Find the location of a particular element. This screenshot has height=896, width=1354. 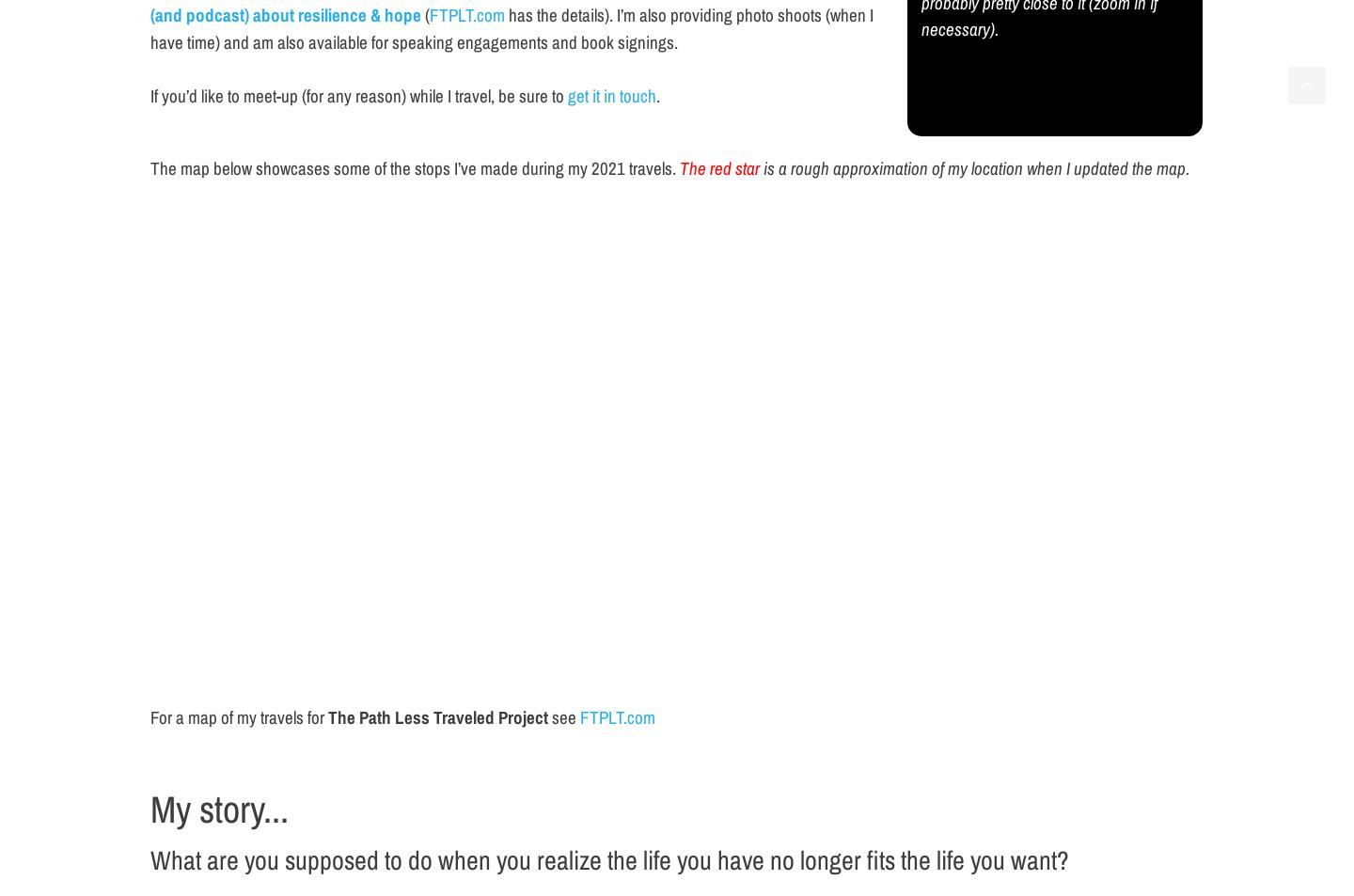

'The map below showcases some of the stops I’ve made during my 2021 travels.' is located at coordinates (415, 166).